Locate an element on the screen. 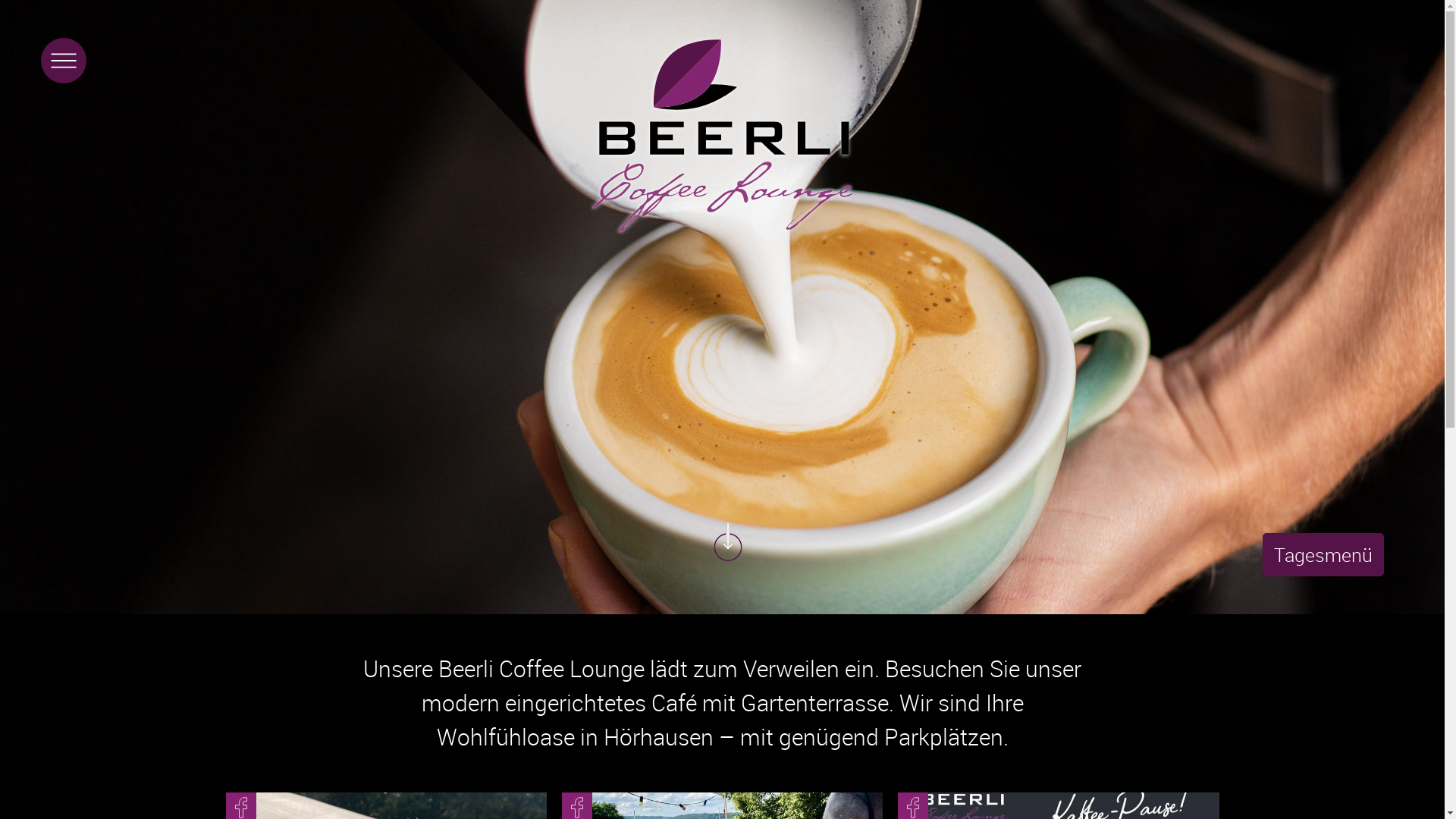 The height and width of the screenshot is (819, 1456). 'Startseite' is located at coordinates (722, 135).